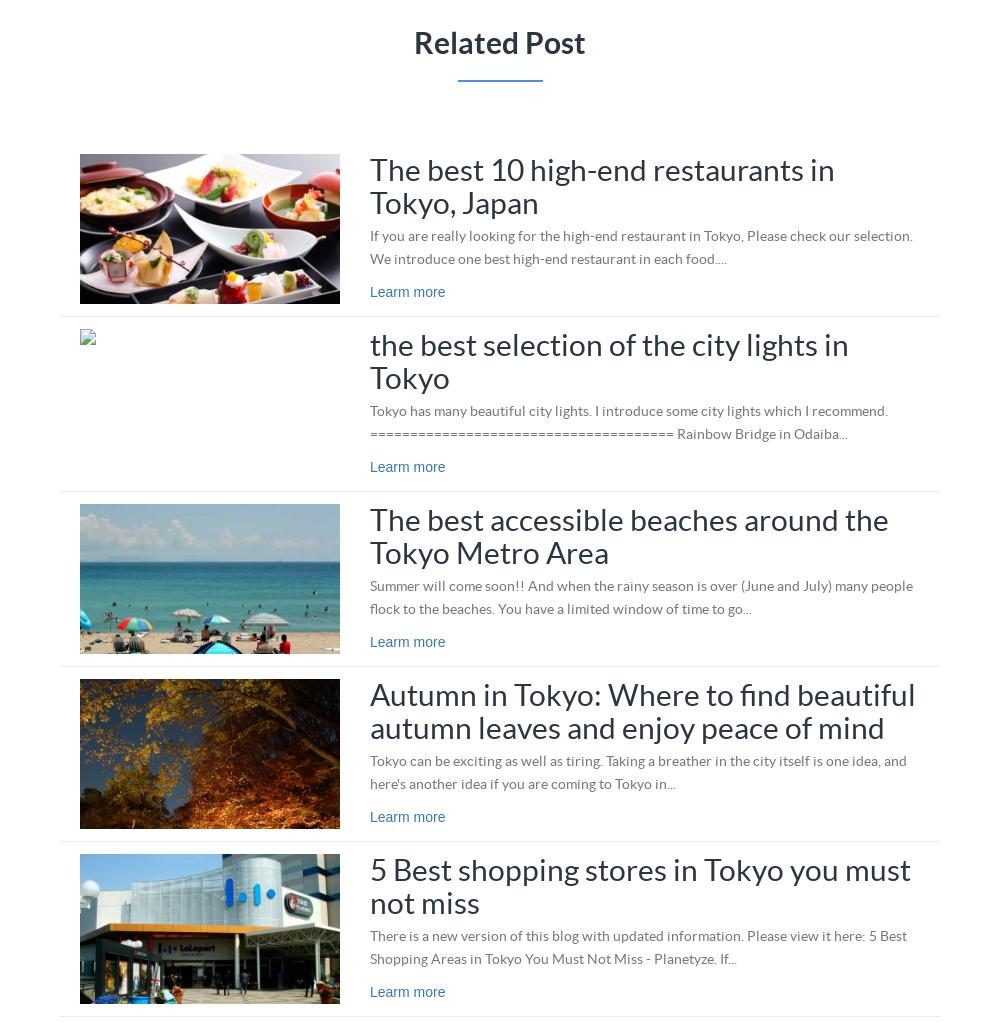  What do you see at coordinates (368, 885) in the screenshot?
I see `'5 Best shopping stores in Tokyo you must not miss'` at bounding box center [368, 885].